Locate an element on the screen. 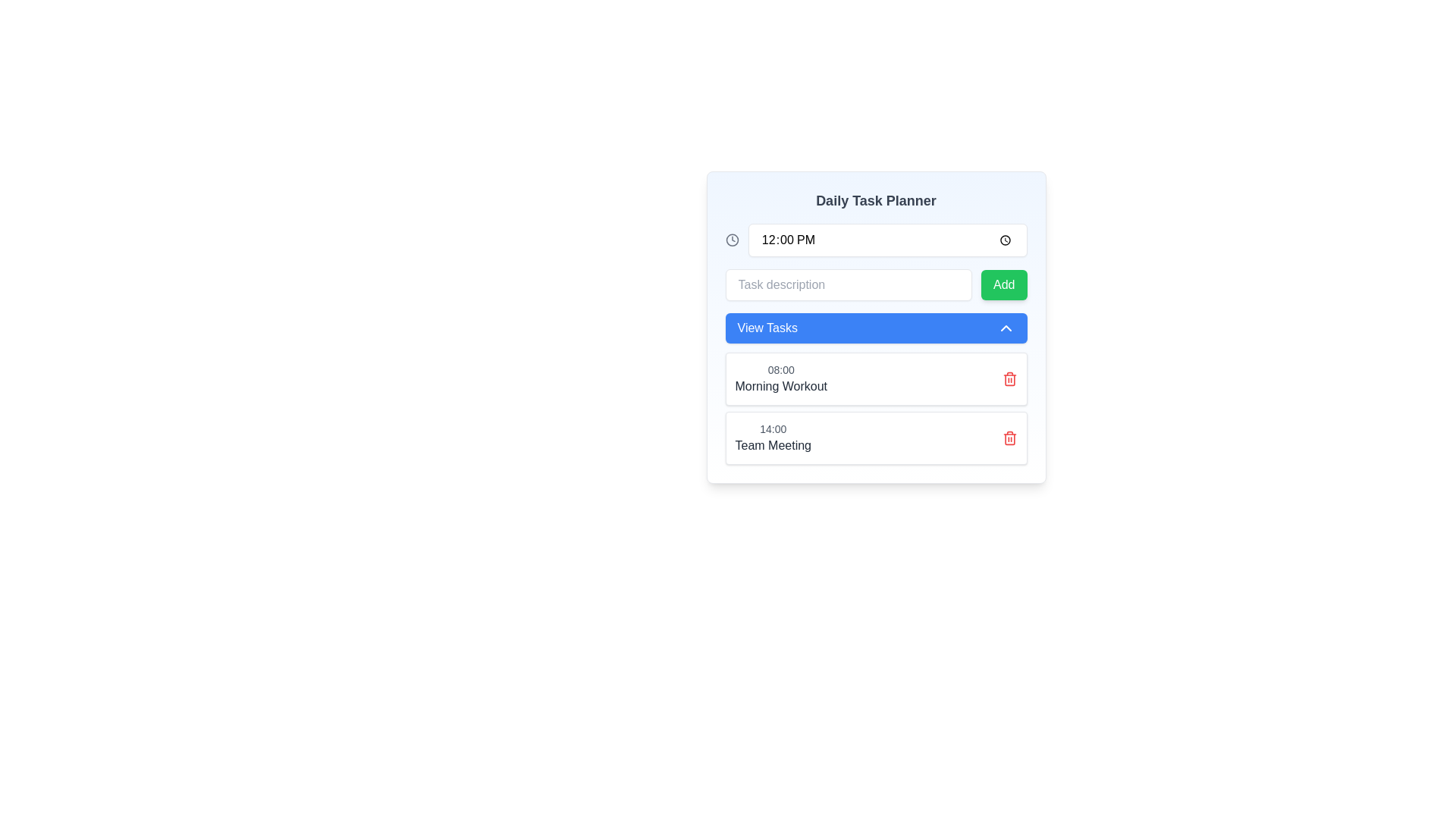 This screenshot has height=819, width=1456. and drop the first task entry in the Daily Task Planner section, located under the blue header 'View Tasks' is located at coordinates (876, 388).